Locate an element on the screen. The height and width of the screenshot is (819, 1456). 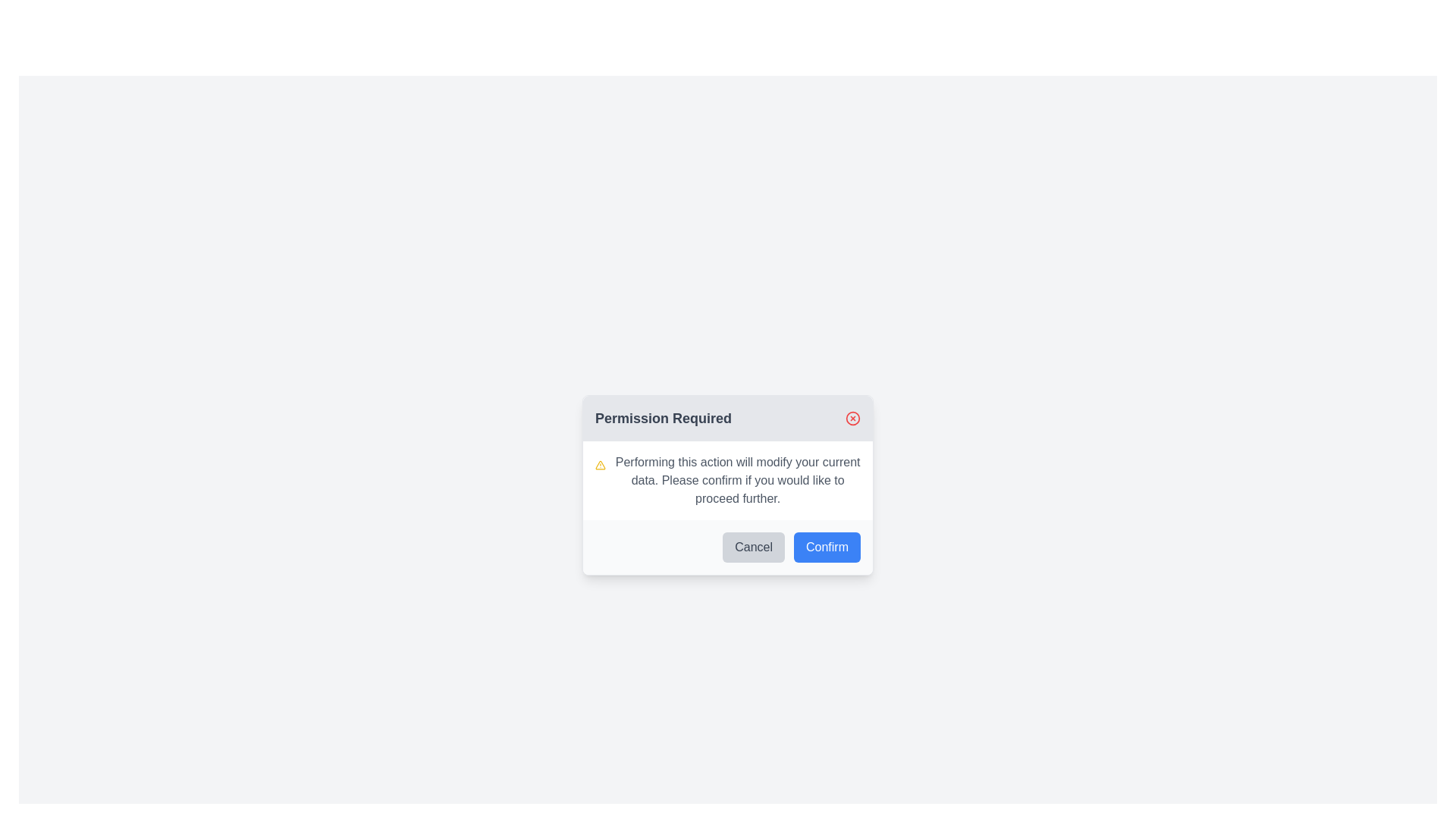
the cancel button located in the bottom-right portion of the modal dialog is located at coordinates (754, 547).